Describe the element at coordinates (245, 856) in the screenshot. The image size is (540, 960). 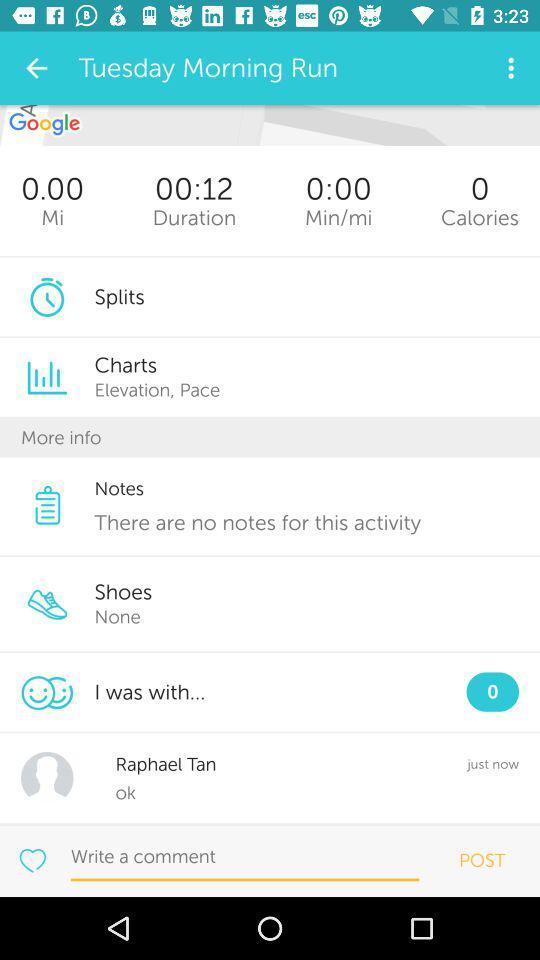
I see `write a comment` at that location.